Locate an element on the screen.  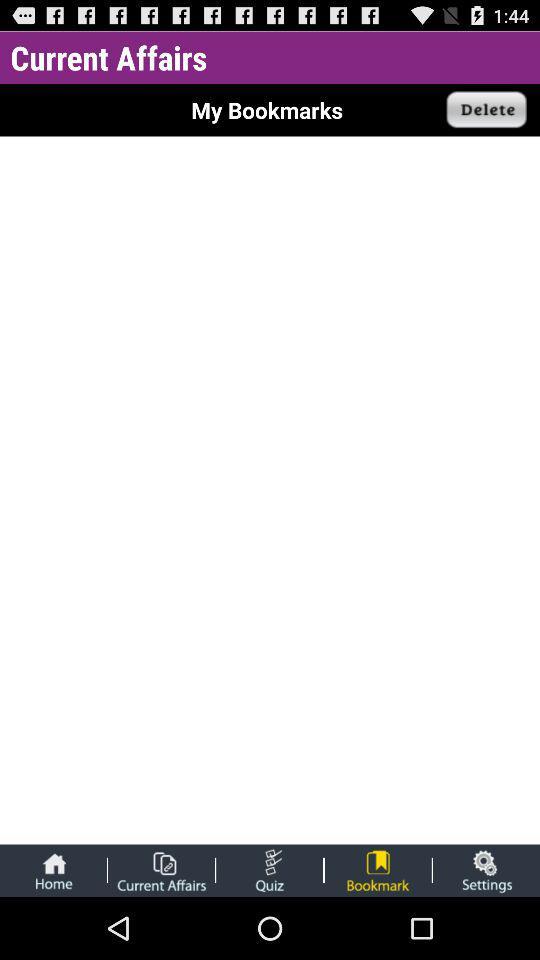
my bookmarks is located at coordinates (378, 869).